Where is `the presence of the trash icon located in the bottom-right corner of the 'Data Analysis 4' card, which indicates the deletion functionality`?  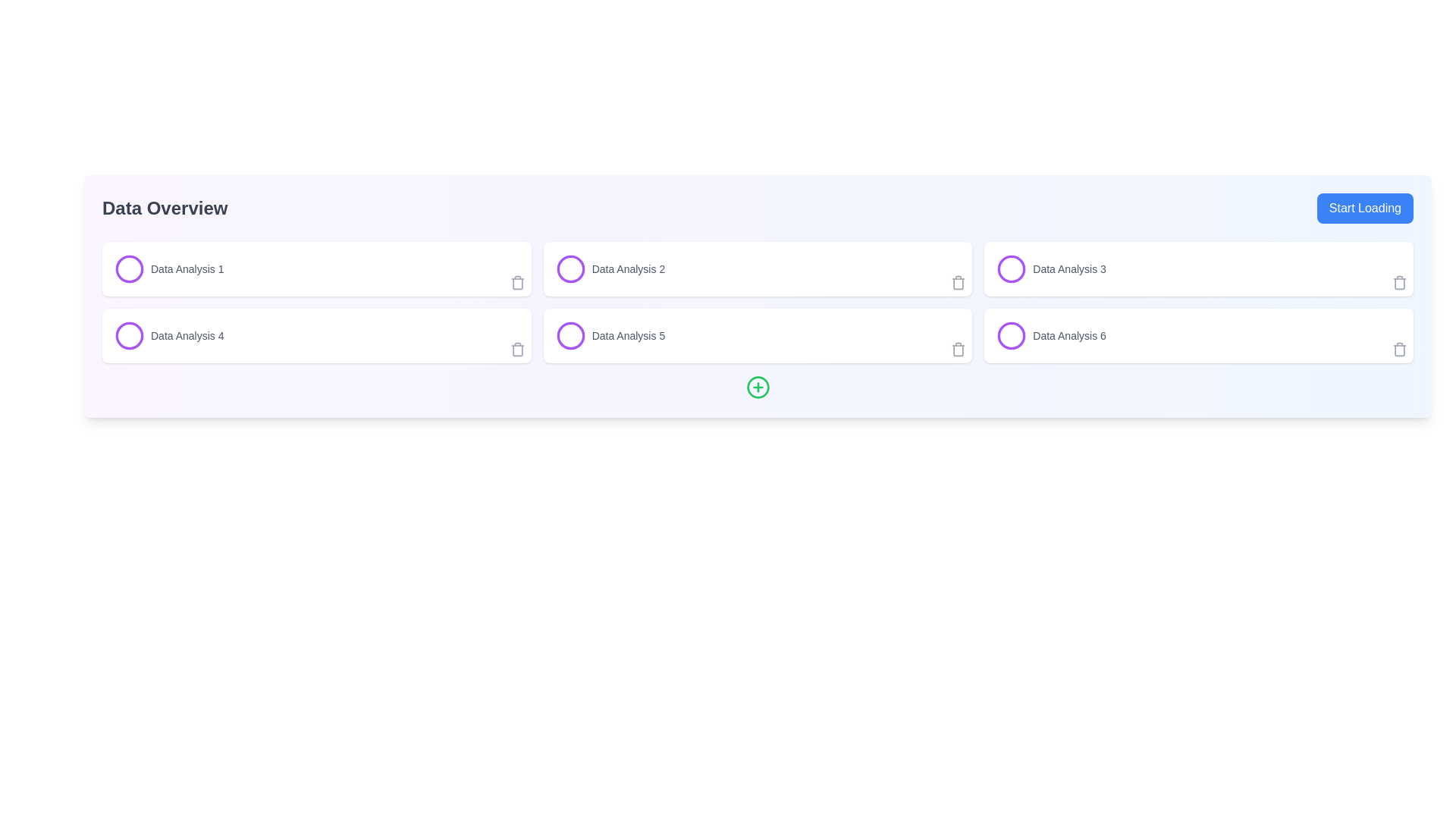
the presence of the trash icon located in the bottom-right corner of the 'Data Analysis 4' card, which indicates the deletion functionality is located at coordinates (517, 350).